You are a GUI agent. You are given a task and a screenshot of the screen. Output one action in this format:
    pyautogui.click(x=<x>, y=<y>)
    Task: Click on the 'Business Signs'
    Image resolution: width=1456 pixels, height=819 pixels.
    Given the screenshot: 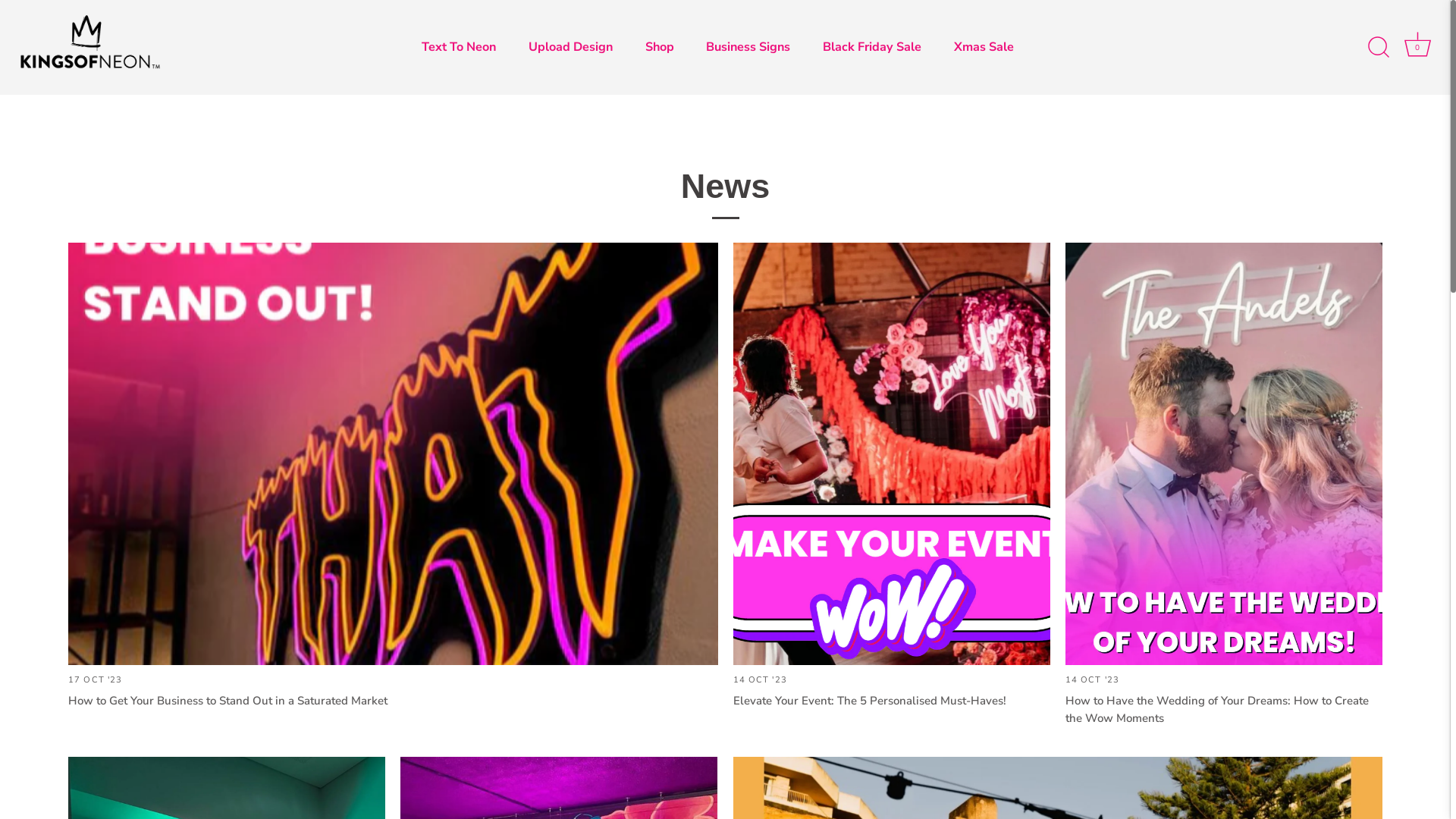 What is the action you would take?
    pyautogui.click(x=748, y=46)
    